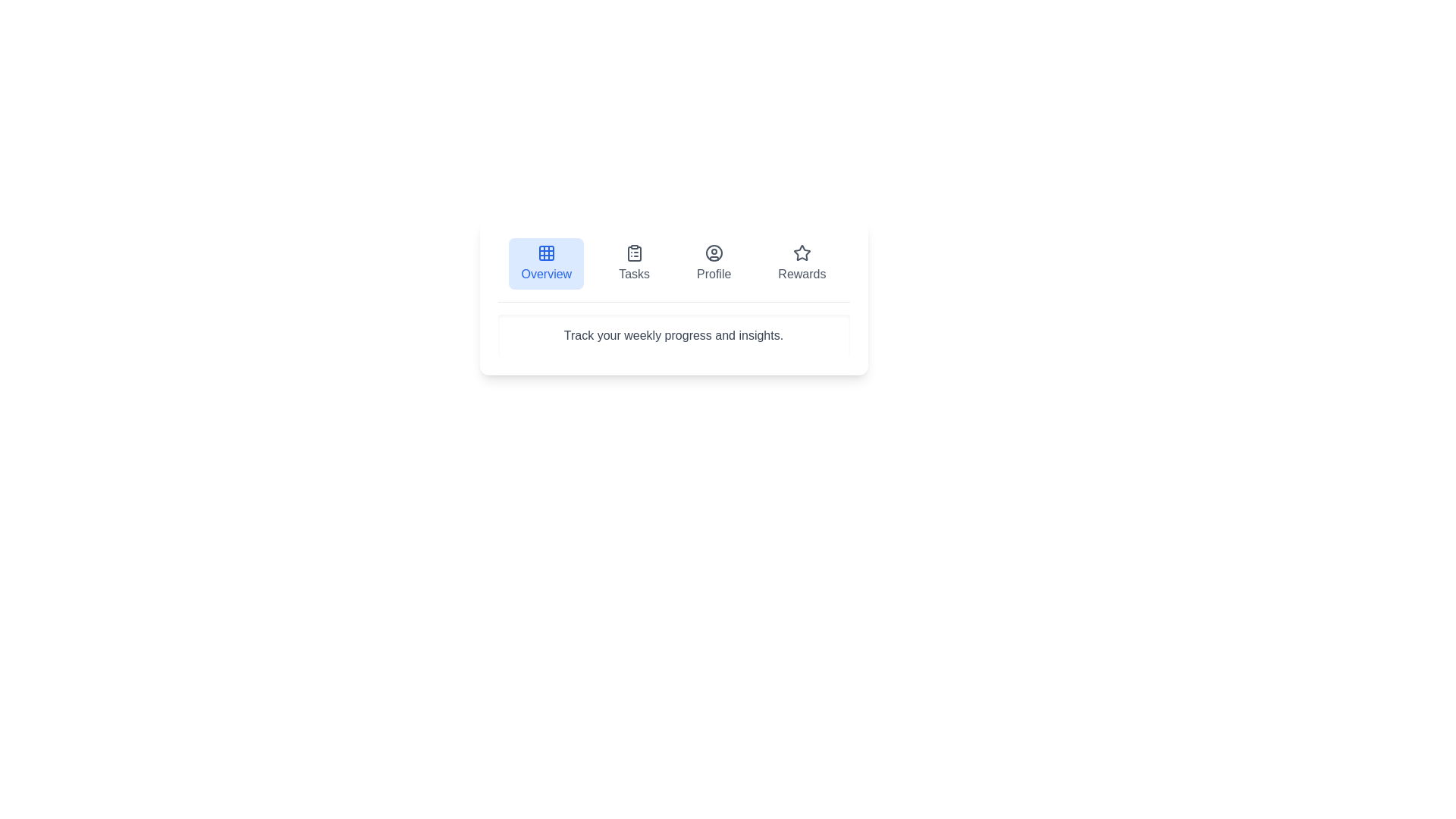  I want to click on the navigation bar within the Composite section containing options such as 'Overview,' 'Tasks,' 'Profile,' and 'Rewards' to switch sections, so click(673, 297).